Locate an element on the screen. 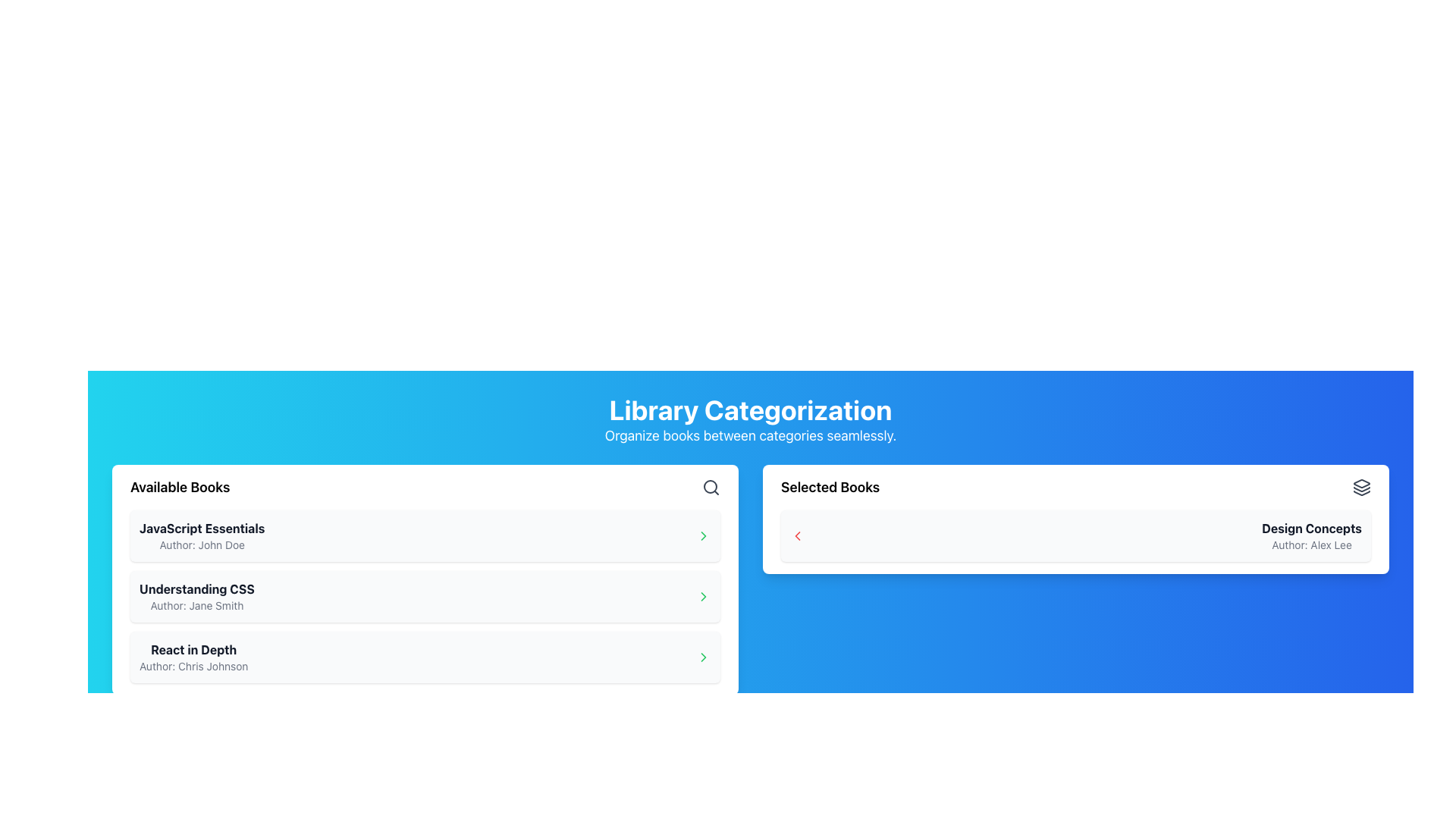 The image size is (1456, 819). the Text Component titled 'Understanding CSS', which is the second item in the 'Available Books' section, located beneath 'JavaScript Essentials' and above 'React in Depth' is located at coordinates (196, 595).